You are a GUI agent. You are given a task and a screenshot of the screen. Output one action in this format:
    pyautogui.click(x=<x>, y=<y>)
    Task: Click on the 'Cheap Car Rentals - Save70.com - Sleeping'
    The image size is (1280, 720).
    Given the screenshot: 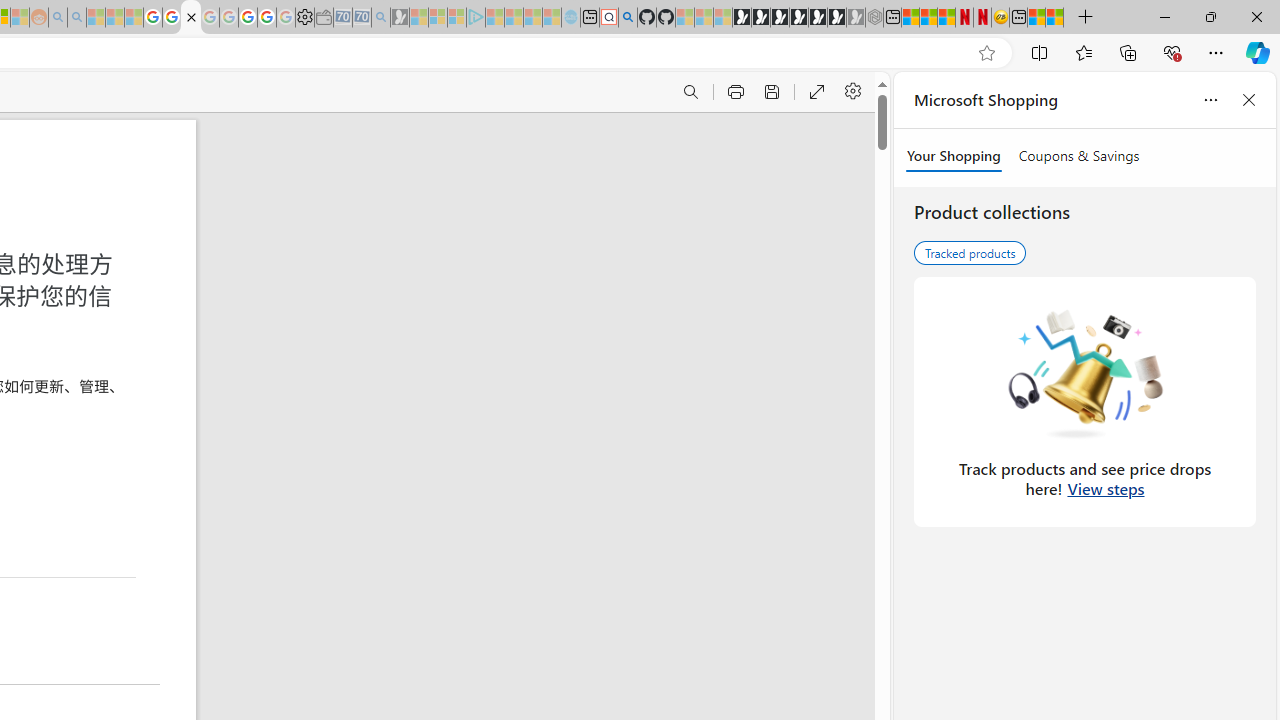 What is the action you would take?
    pyautogui.click(x=362, y=17)
    